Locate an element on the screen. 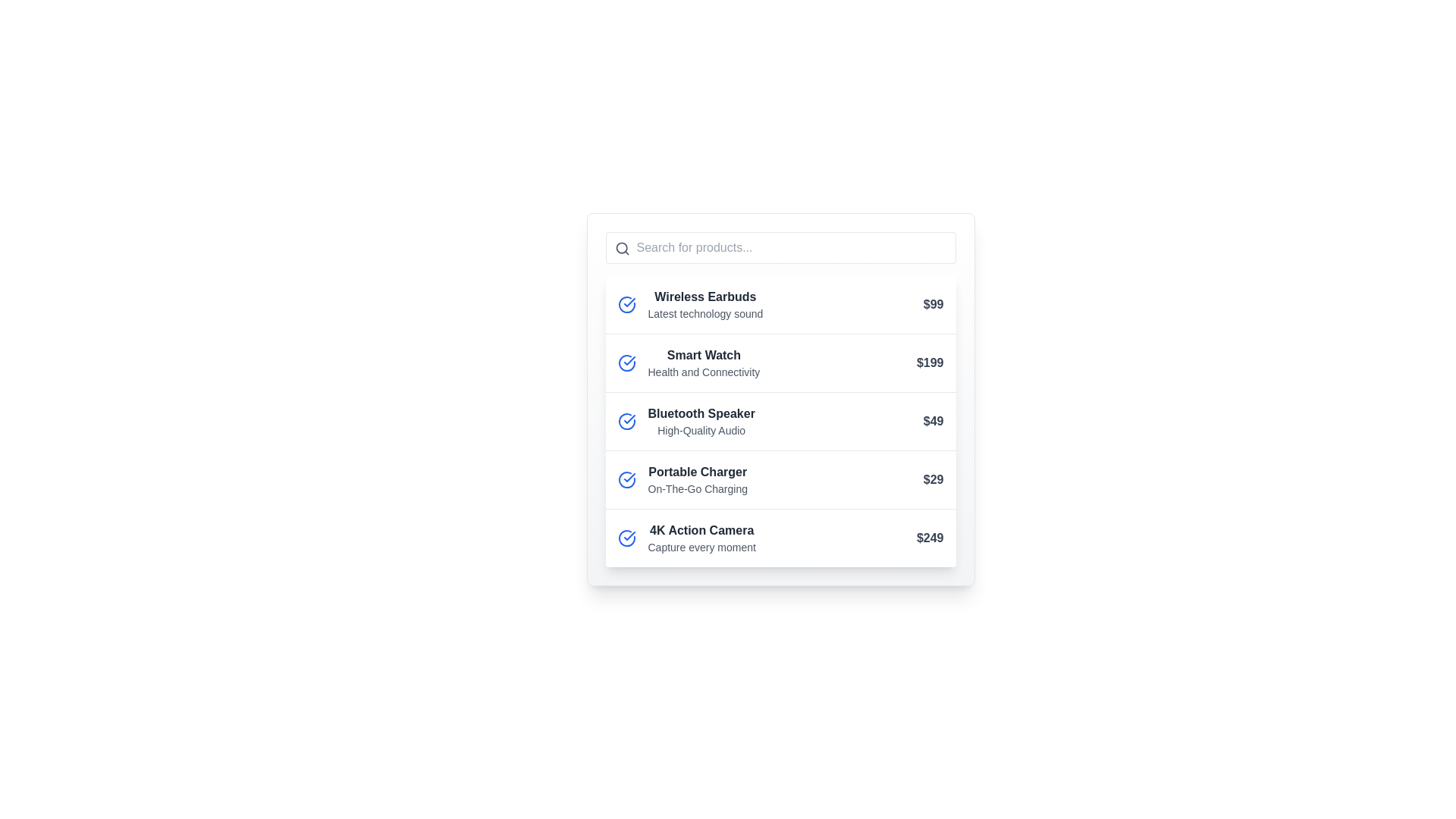 The width and height of the screenshot is (1456, 819). the decorative arc of the checkmark icon located to the left of the 'Smart Watch' text in the product list, which indicates selection or validation is located at coordinates (626, 362).